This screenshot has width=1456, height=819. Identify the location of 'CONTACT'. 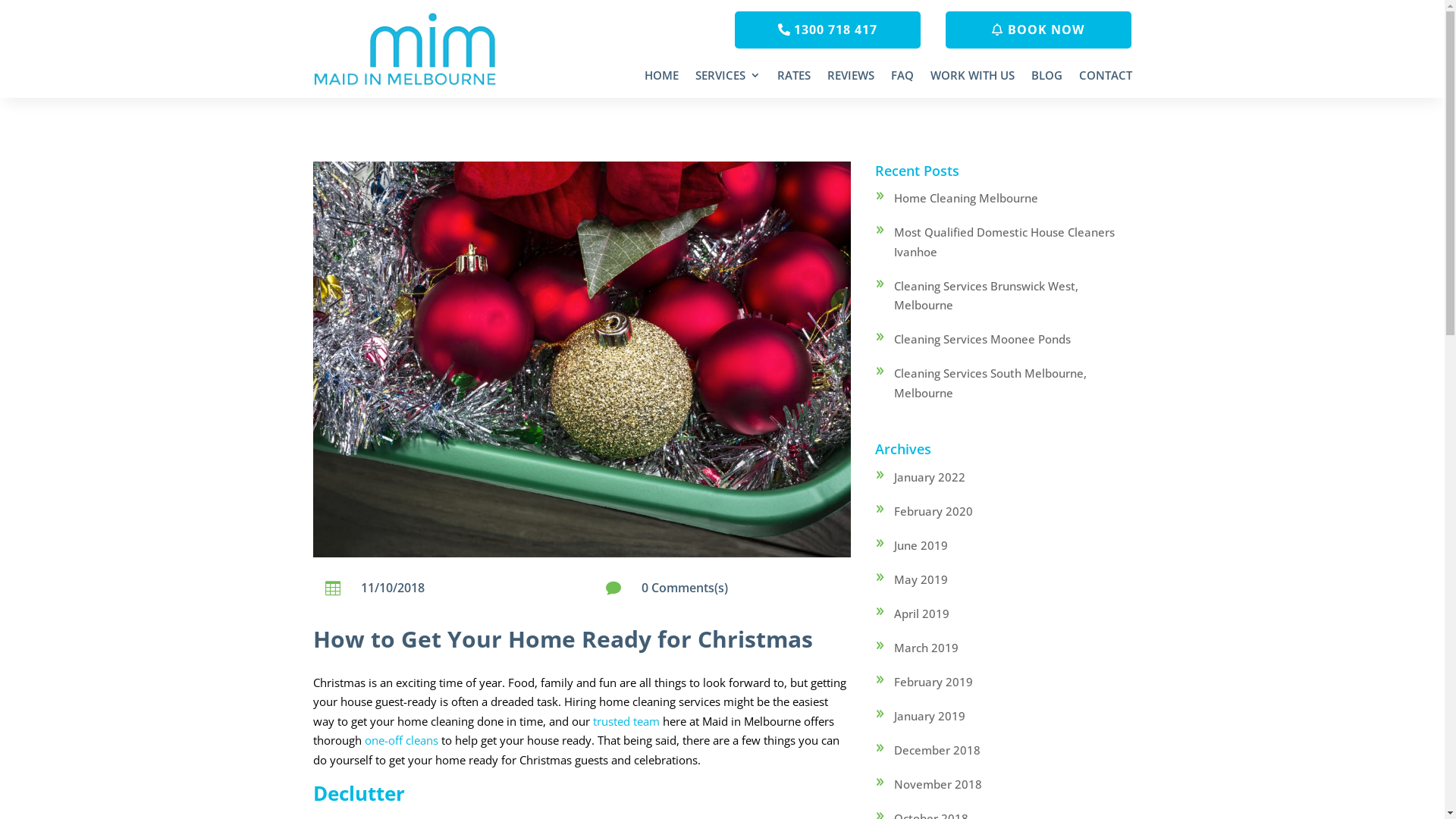
(1105, 78).